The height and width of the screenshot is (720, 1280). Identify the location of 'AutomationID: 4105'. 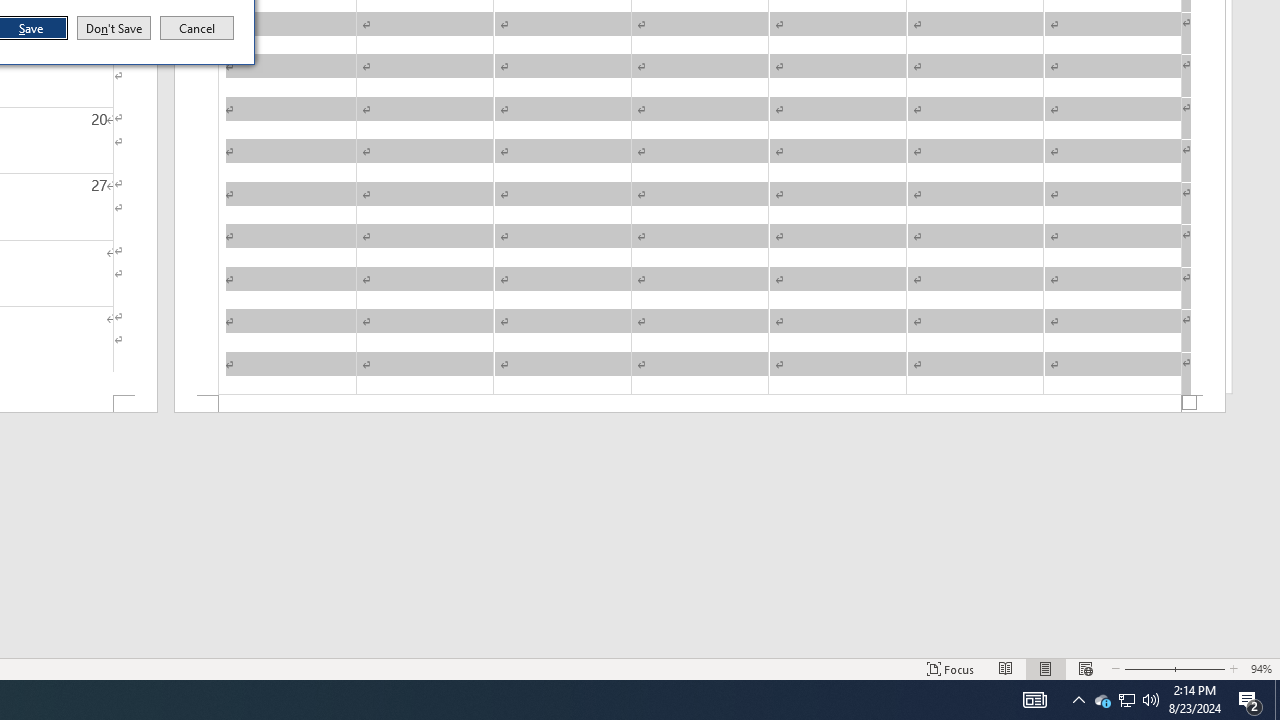
(1034, 698).